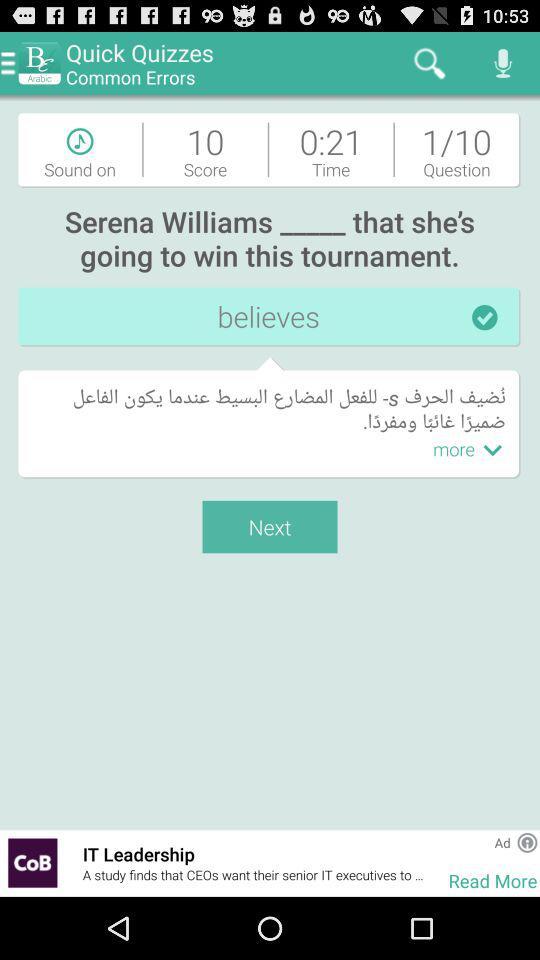  What do you see at coordinates (527, 841) in the screenshot?
I see `advertisement` at bounding box center [527, 841].